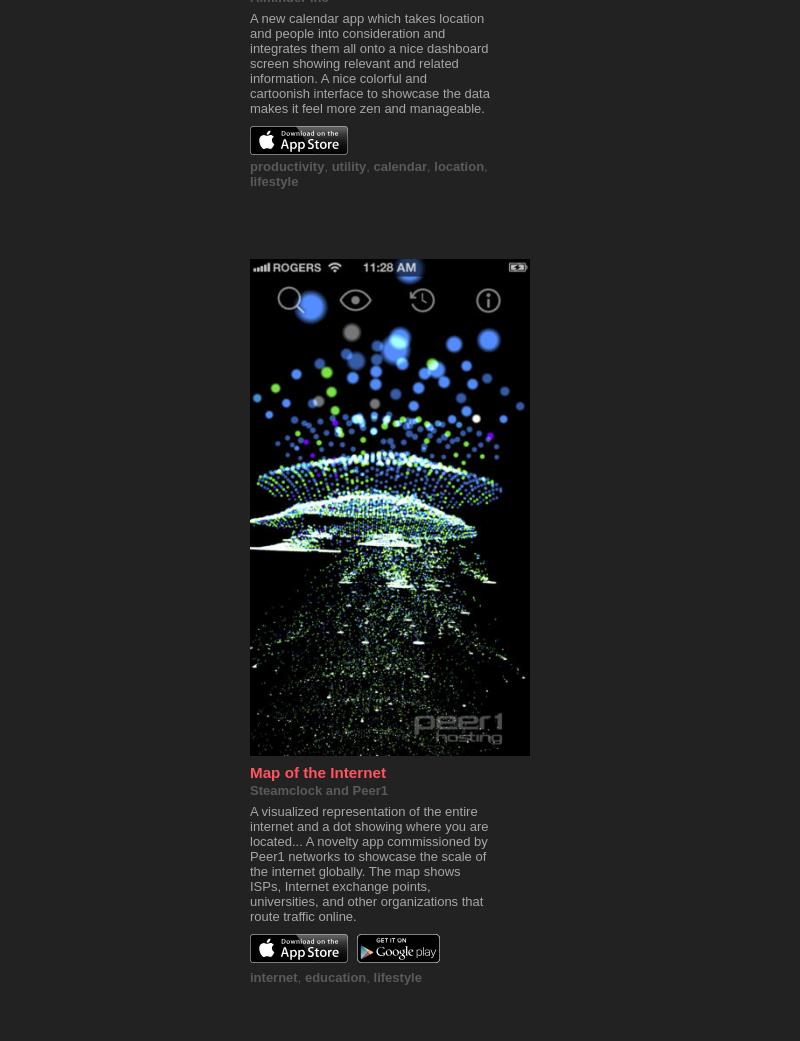  I want to click on 'calendar', so click(400, 166).